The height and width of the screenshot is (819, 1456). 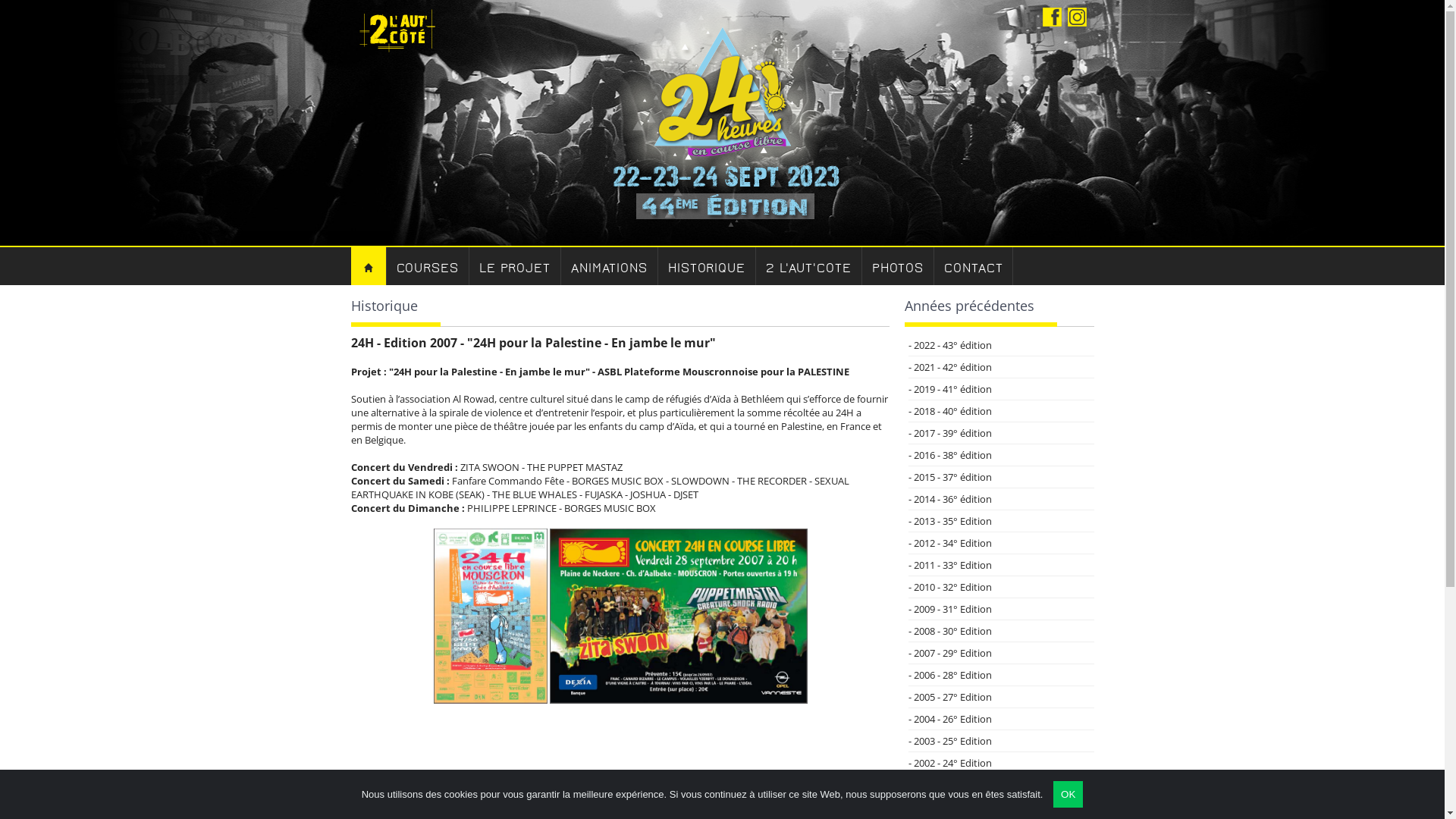 I want to click on 'OK', so click(x=1067, y=793).